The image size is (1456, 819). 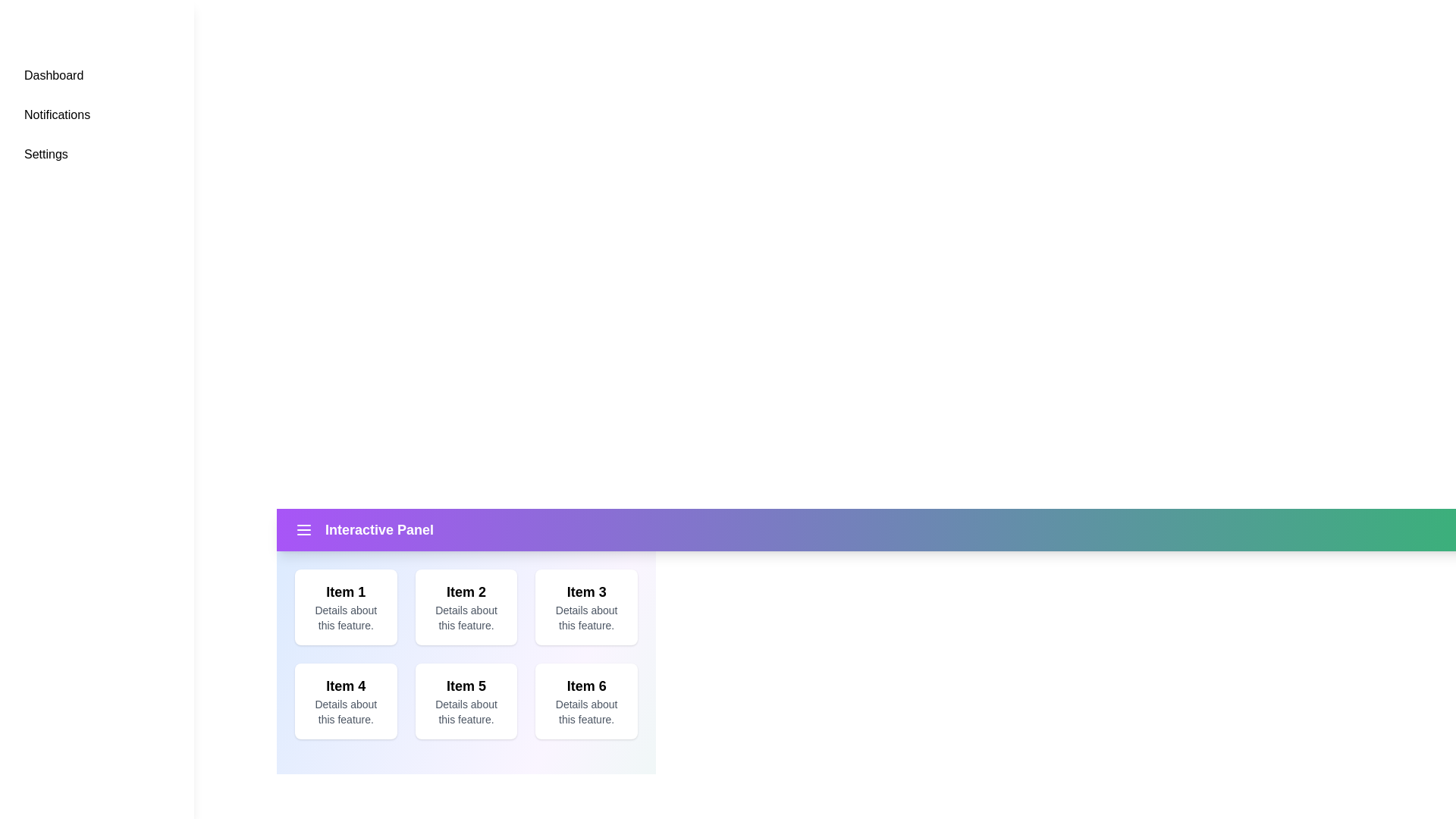 What do you see at coordinates (465, 701) in the screenshot?
I see `the Feature card located in the second row, middle column of the grid layout, which contains a title and description for a specific feature or item` at bounding box center [465, 701].